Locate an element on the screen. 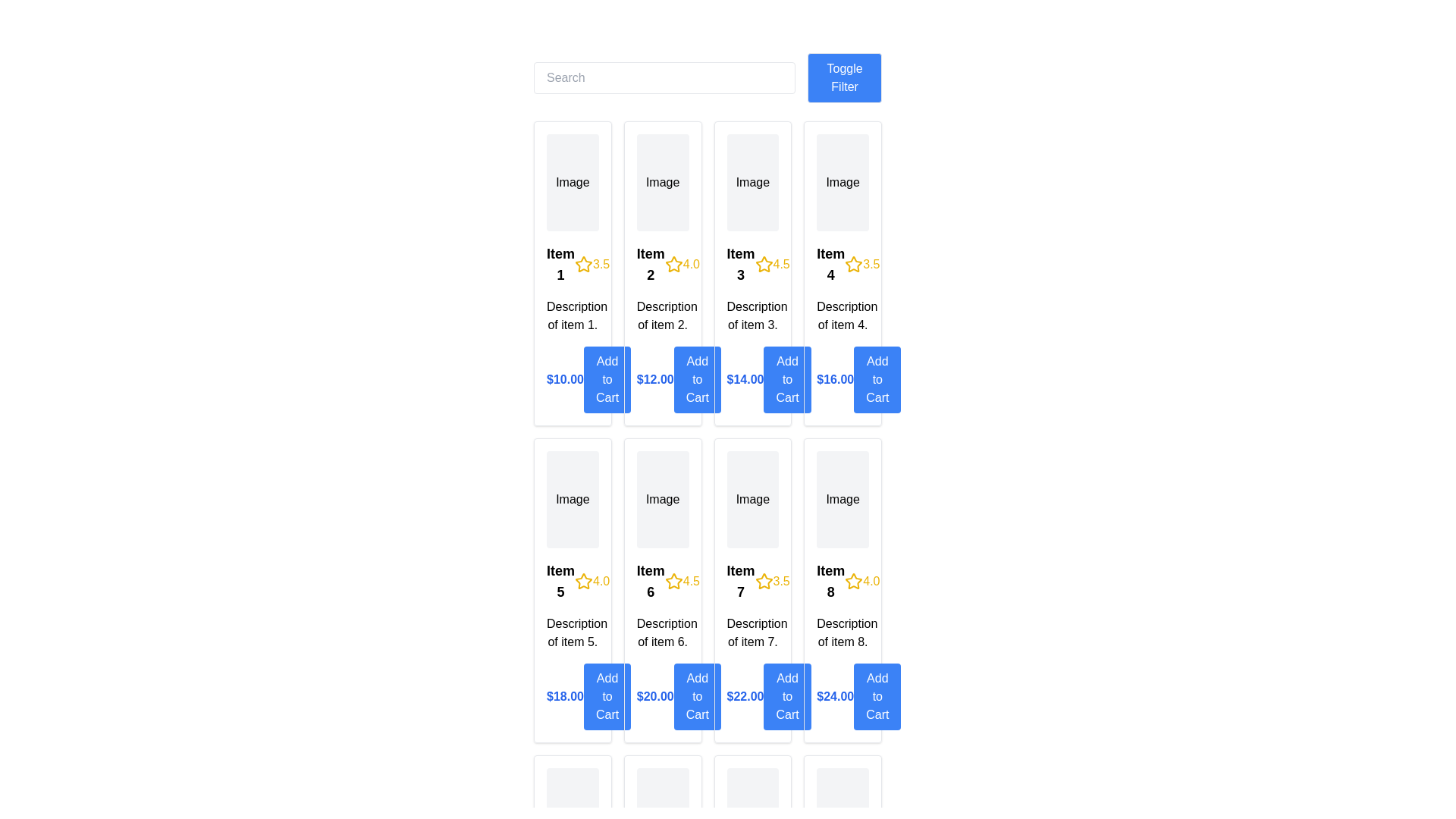  text displayed in the label located in the second row and third column of the item card, positioned above the item's description and left of the rating and star icons is located at coordinates (741, 263).